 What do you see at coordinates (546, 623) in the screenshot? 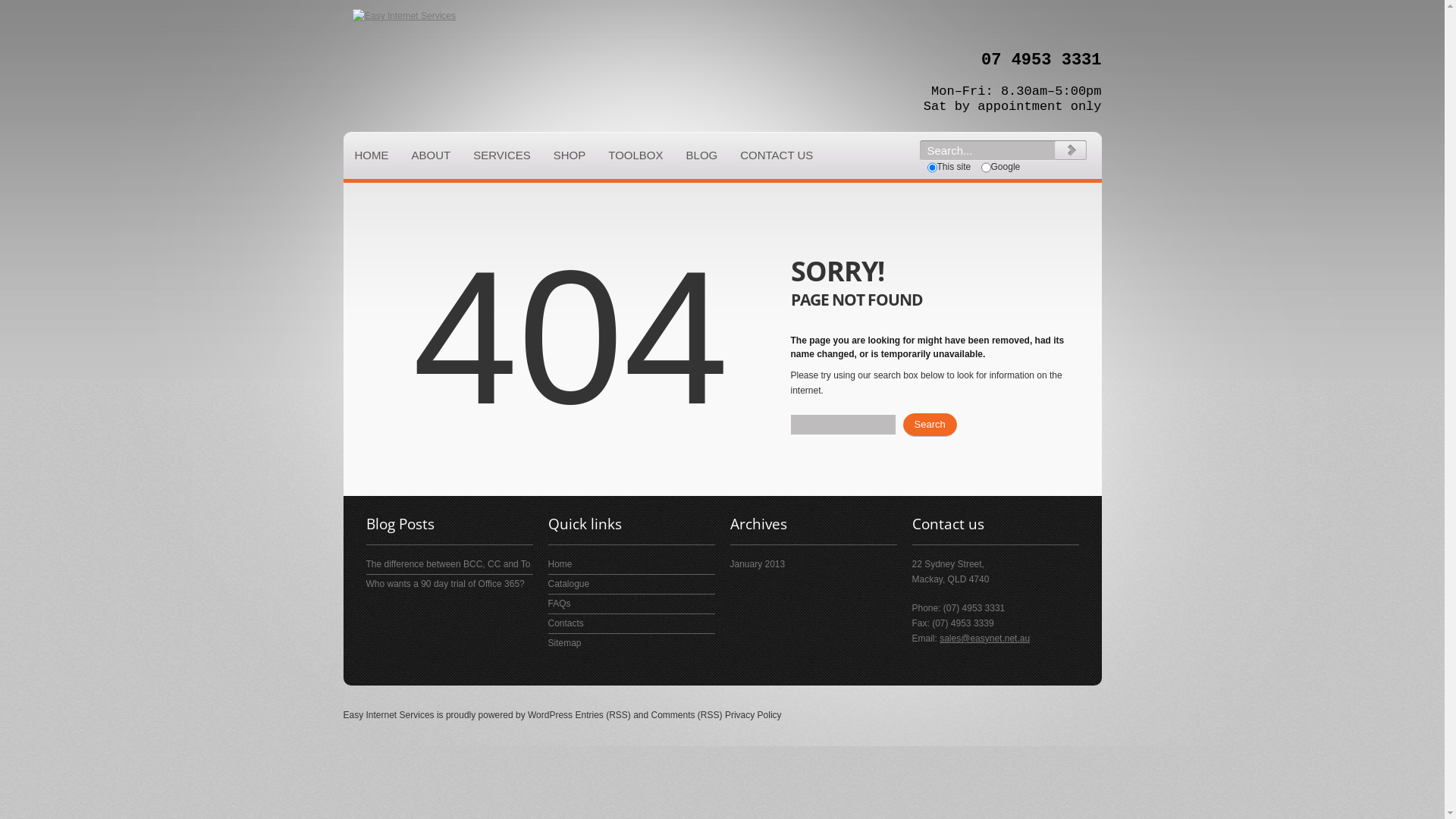
I see `'Contacts'` at bounding box center [546, 623].